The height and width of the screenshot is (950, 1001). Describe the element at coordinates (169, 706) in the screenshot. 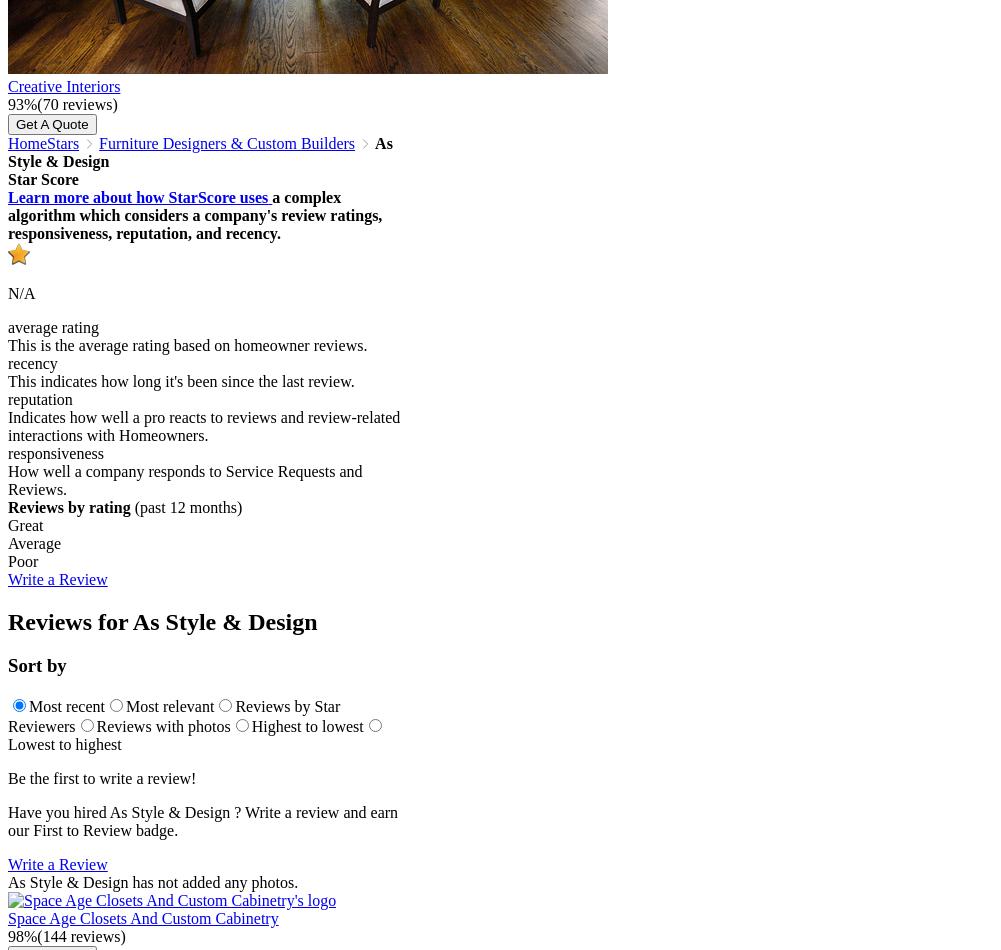

I see `'Most relevant'` at that location.